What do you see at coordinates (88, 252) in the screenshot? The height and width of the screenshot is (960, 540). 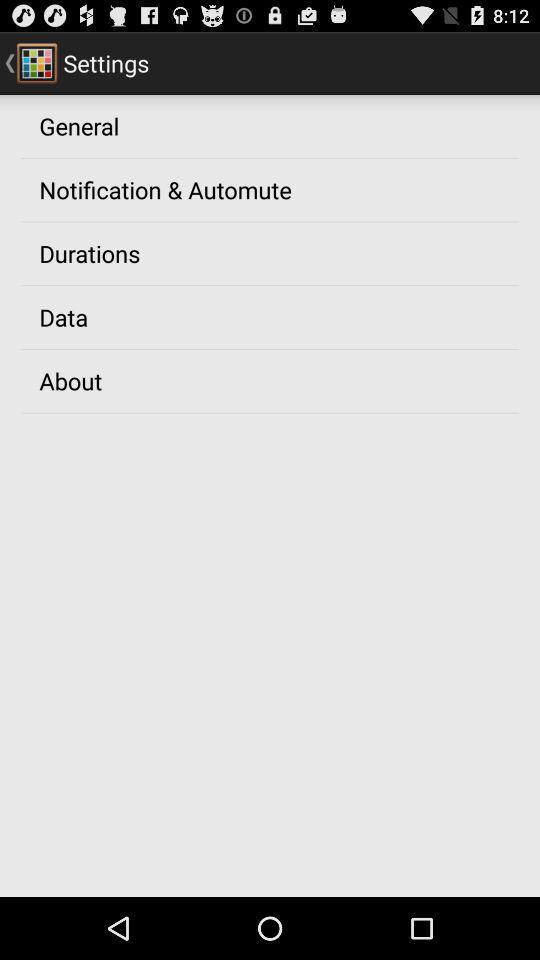 I see `the durations item` at bounding box center [88, 252].